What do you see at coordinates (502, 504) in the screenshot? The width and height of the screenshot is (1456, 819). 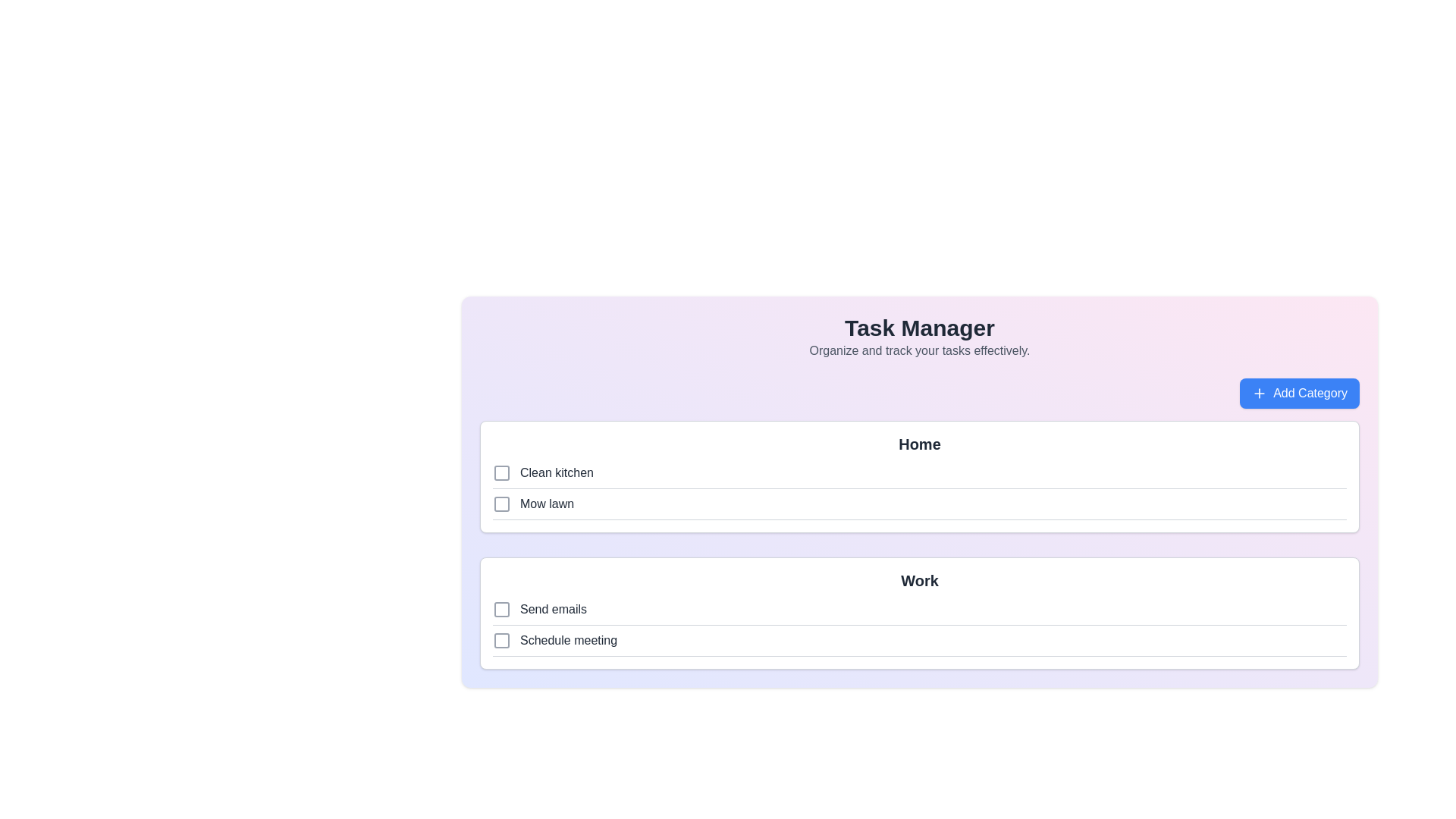 I see `the checkbox indicator within the SVG element` at bounding box center [502, 504].